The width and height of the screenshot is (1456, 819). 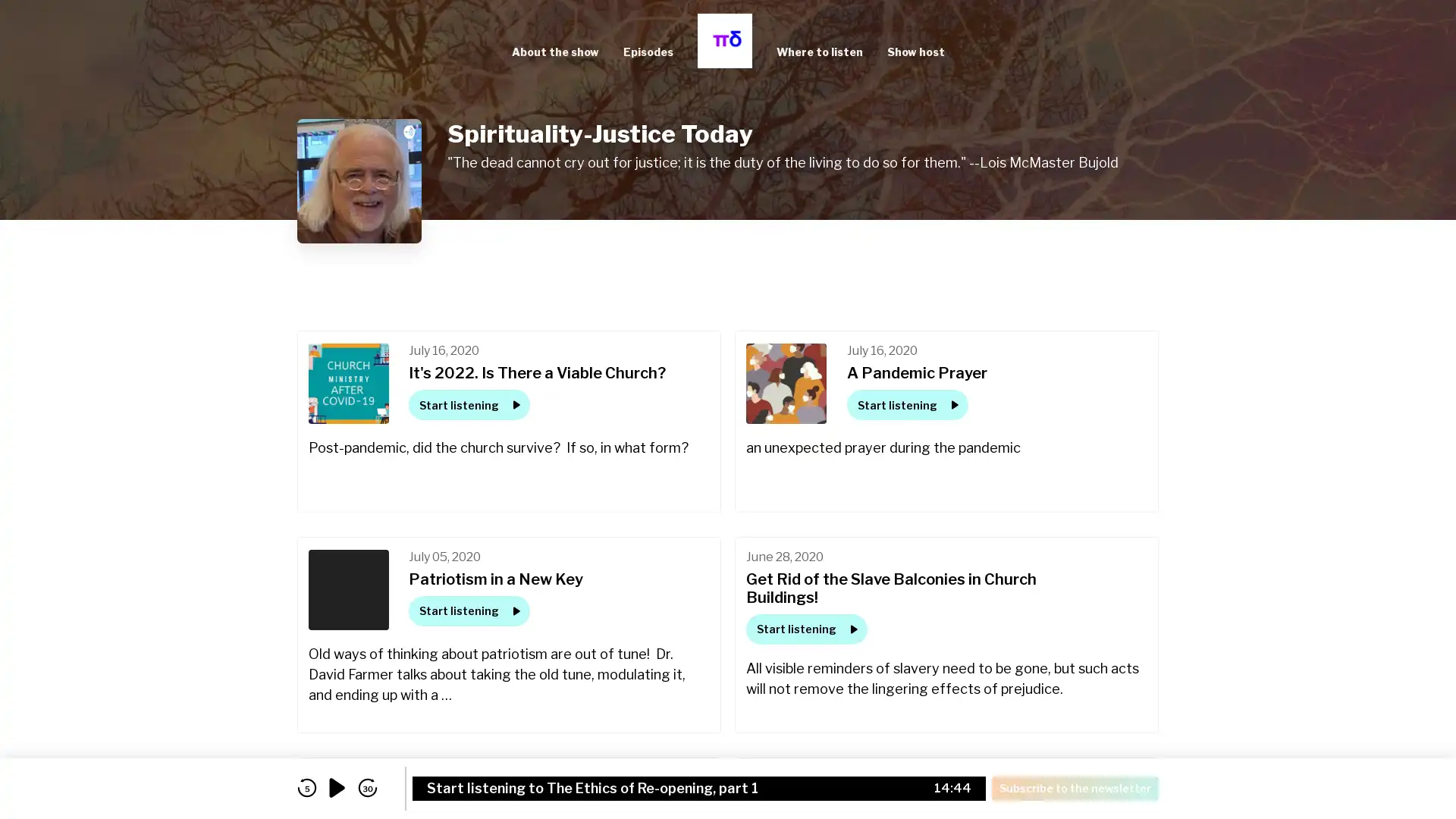 What do you see at coordinates (367, 787) in the screenshot?
I see `skip forward 30 seconds` at bounding box center [367, 787].